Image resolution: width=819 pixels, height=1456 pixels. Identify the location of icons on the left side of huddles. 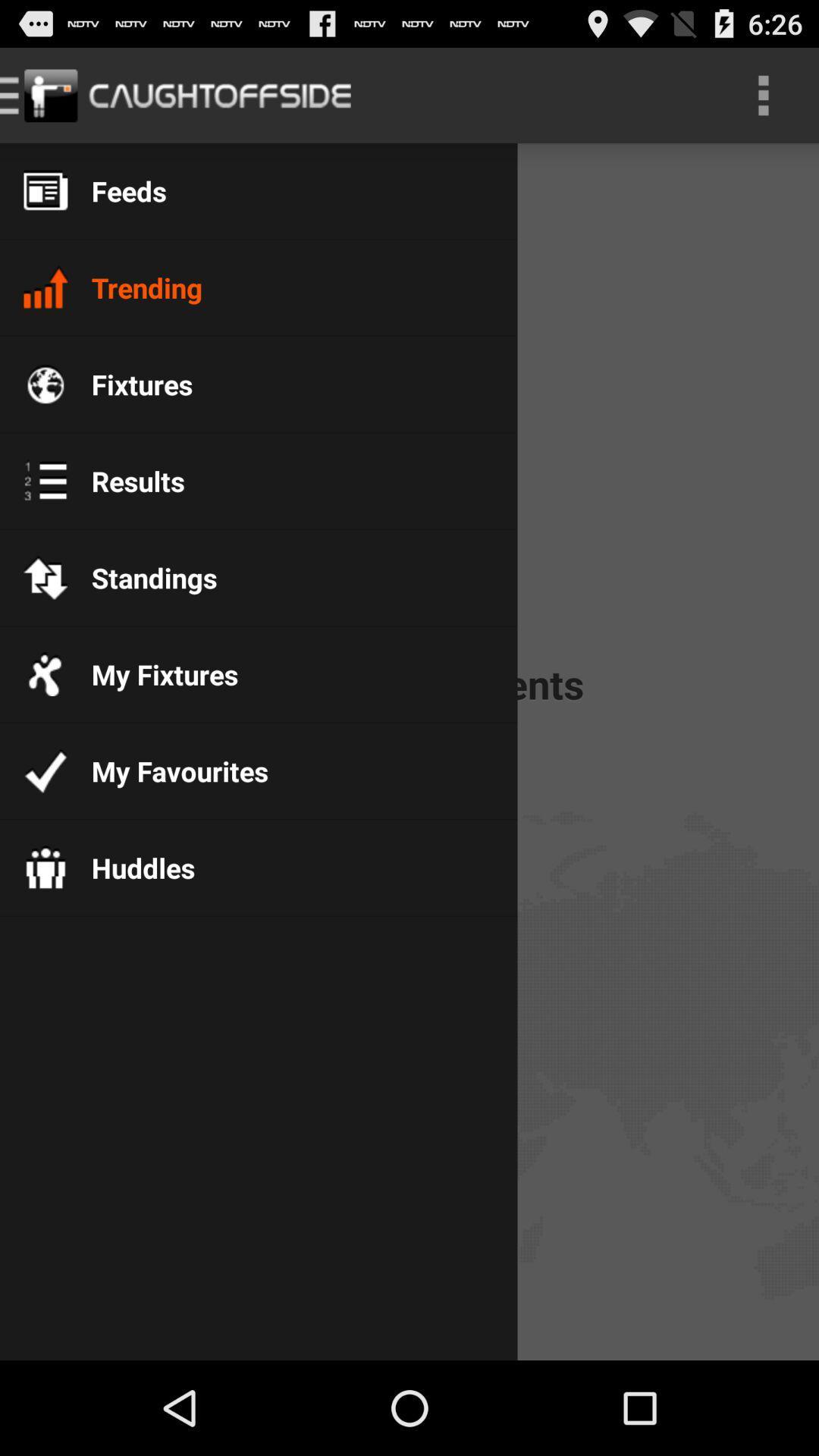
(45, 867).